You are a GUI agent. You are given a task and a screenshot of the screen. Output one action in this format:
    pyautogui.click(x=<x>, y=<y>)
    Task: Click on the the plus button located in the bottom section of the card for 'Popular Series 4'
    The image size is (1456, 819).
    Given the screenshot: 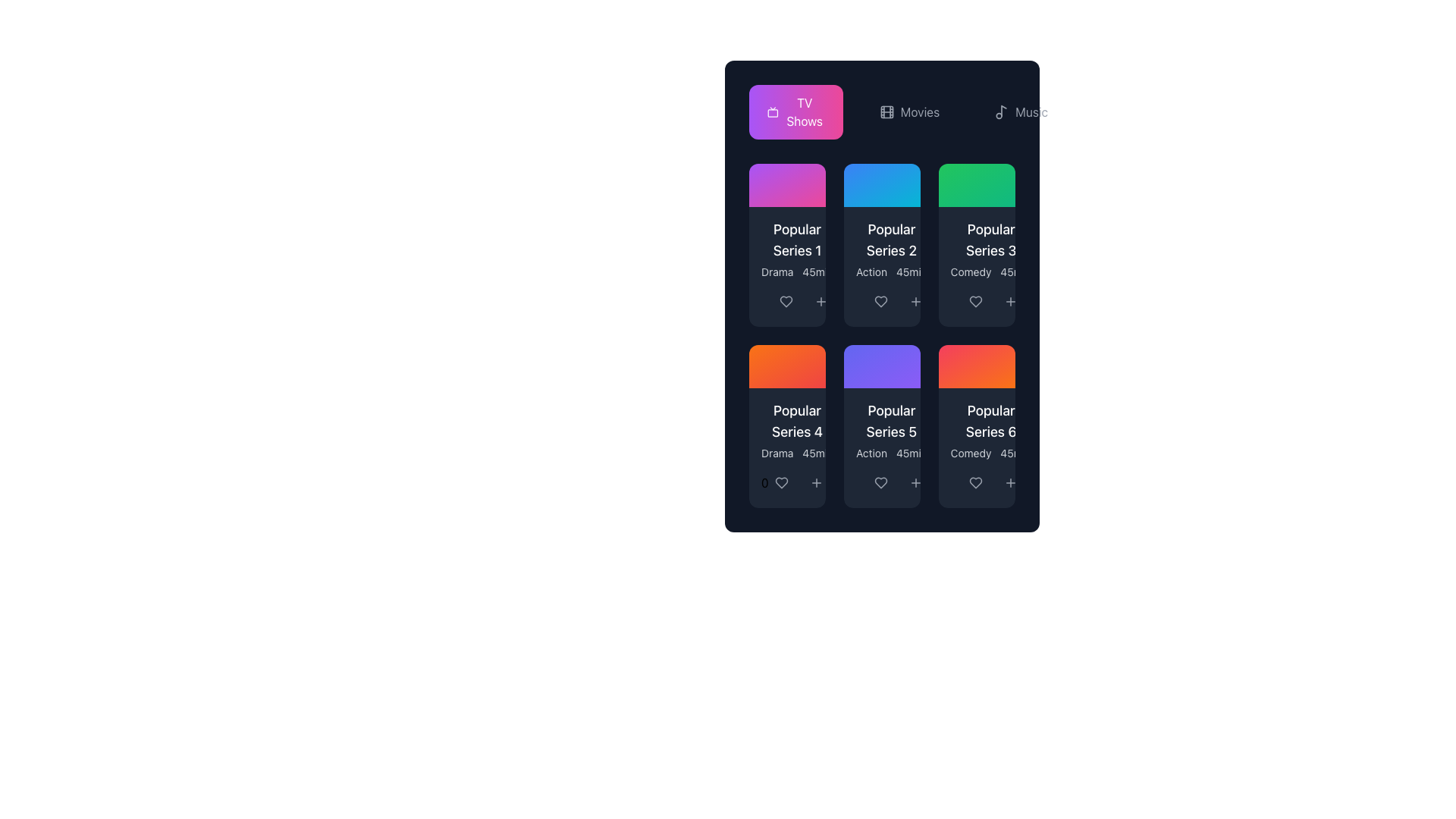 What is the action you would take?
    pyautogui.click(x=815, y=482)
    